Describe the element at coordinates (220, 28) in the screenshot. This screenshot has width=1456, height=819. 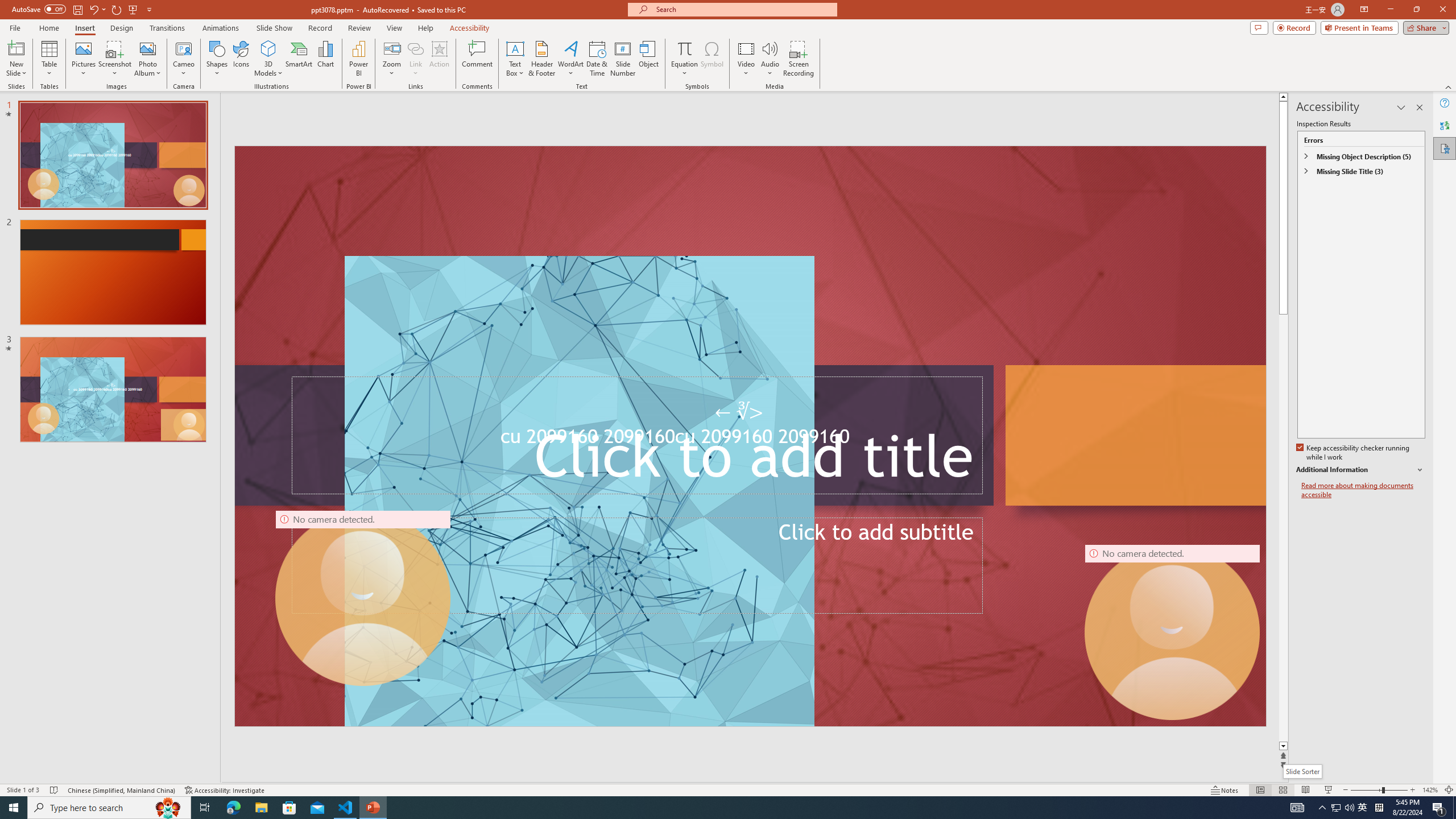
I see `'Animations'` at that location.